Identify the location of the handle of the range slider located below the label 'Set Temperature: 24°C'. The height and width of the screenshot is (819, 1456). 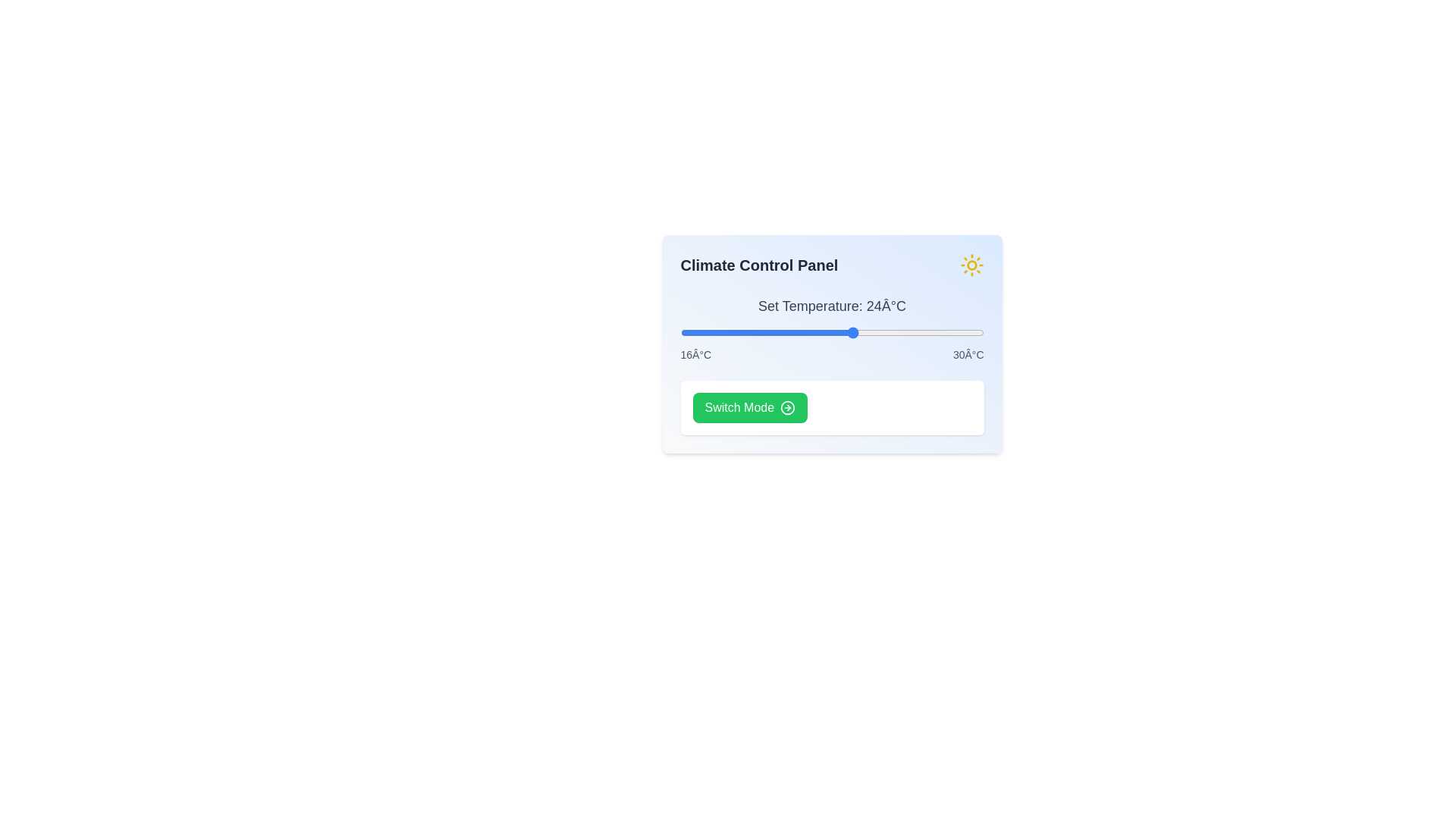
(831, 332).